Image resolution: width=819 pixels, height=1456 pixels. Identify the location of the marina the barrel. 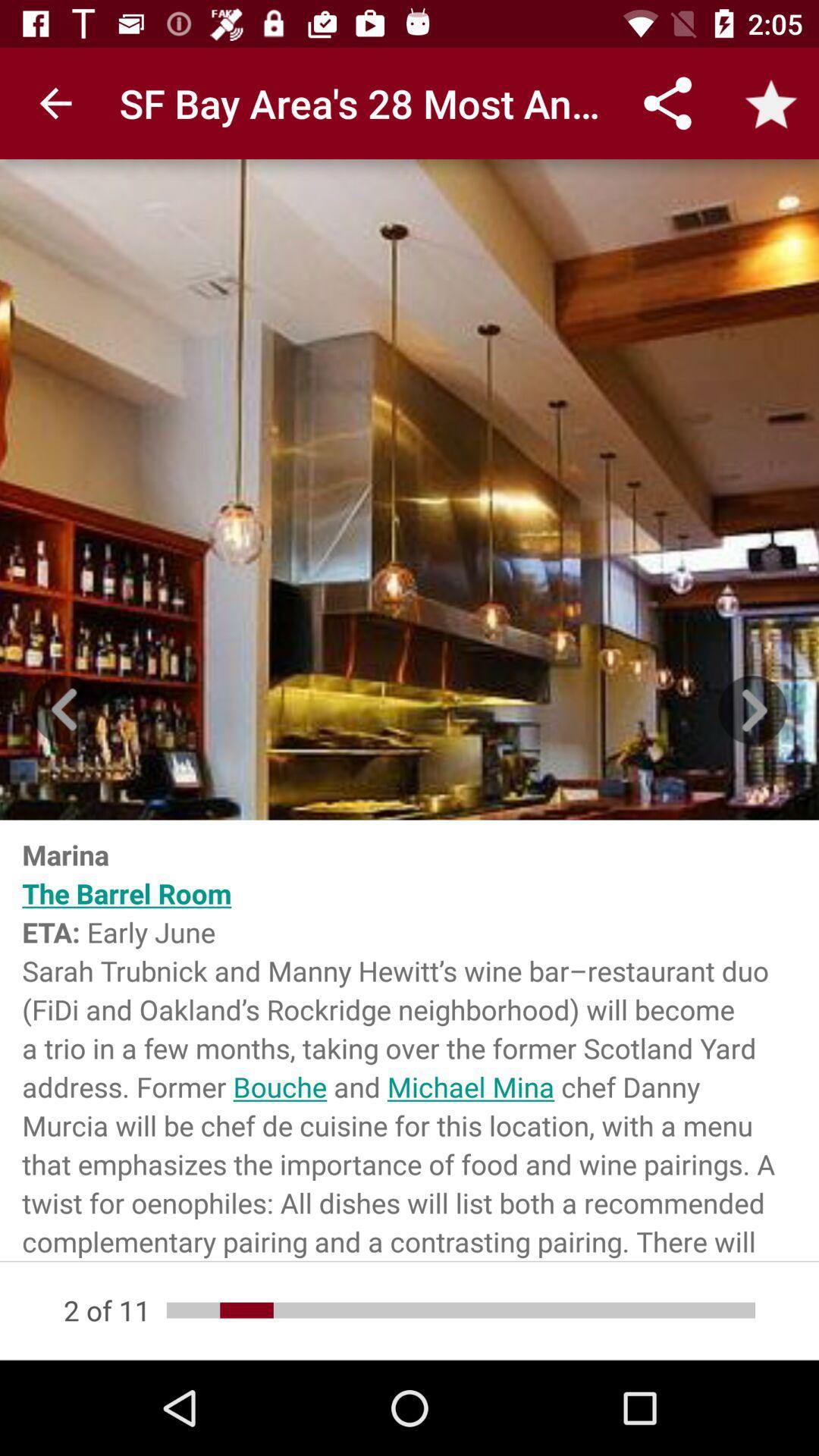
(409, 1040).